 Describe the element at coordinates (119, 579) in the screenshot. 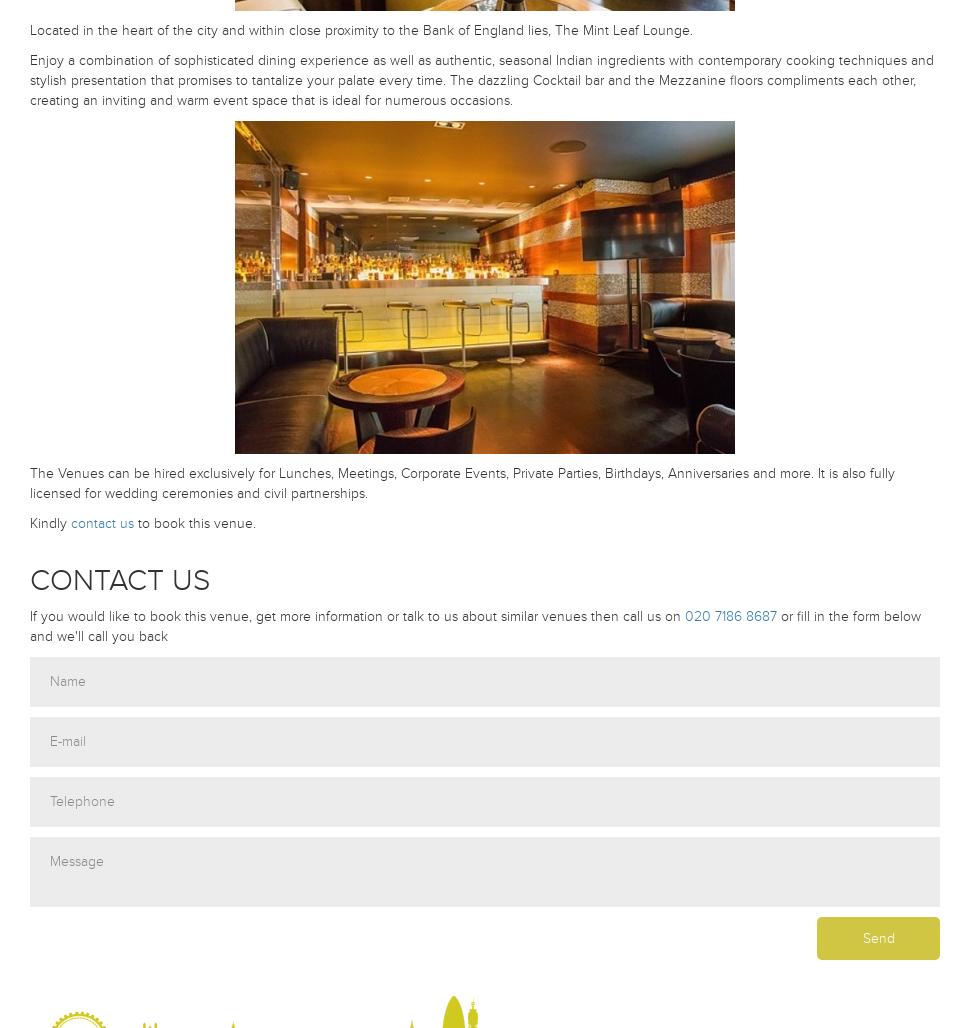

I see `'Contact Us'` at that location.